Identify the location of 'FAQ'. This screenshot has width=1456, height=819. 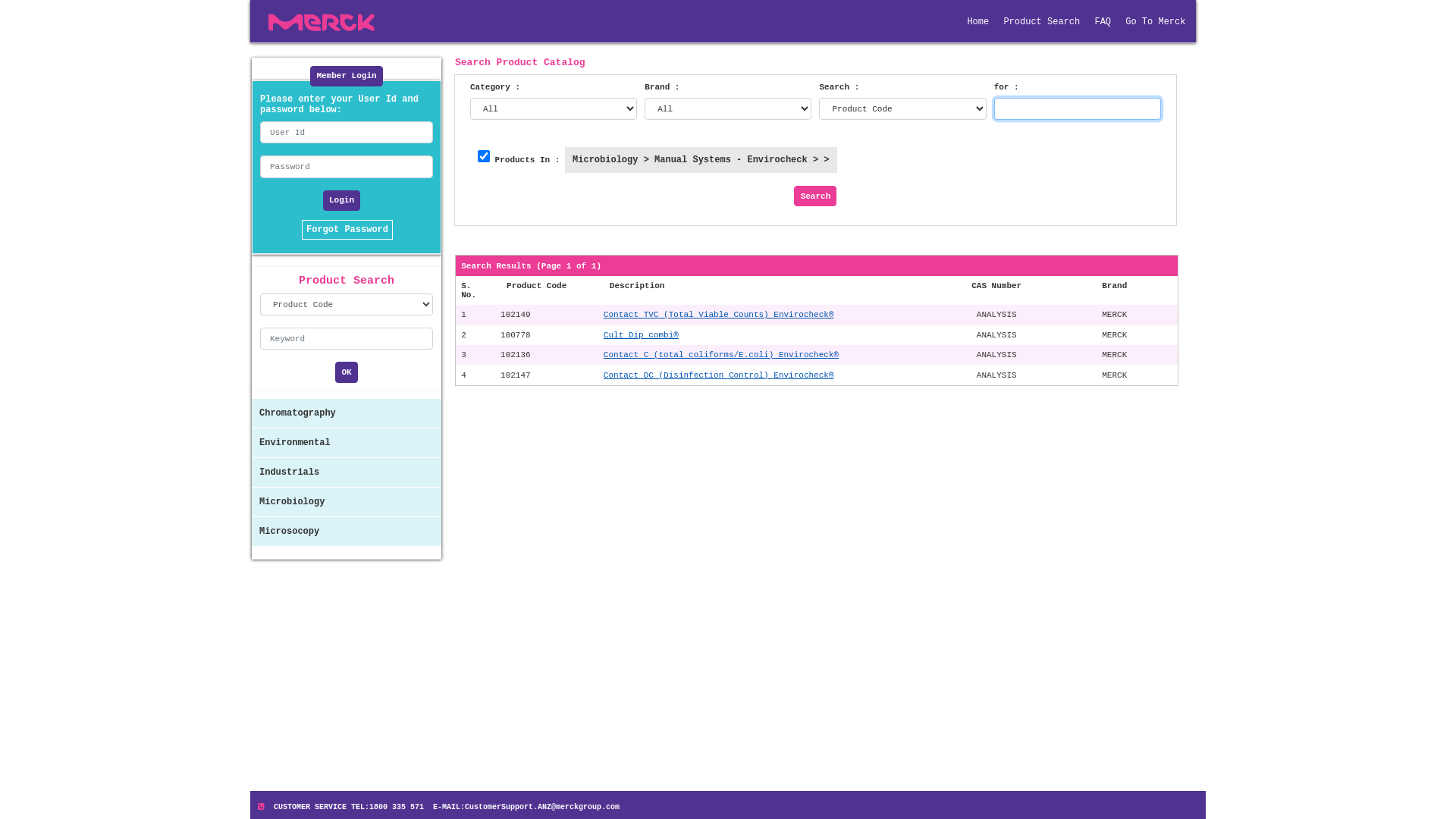
(1090, 22).